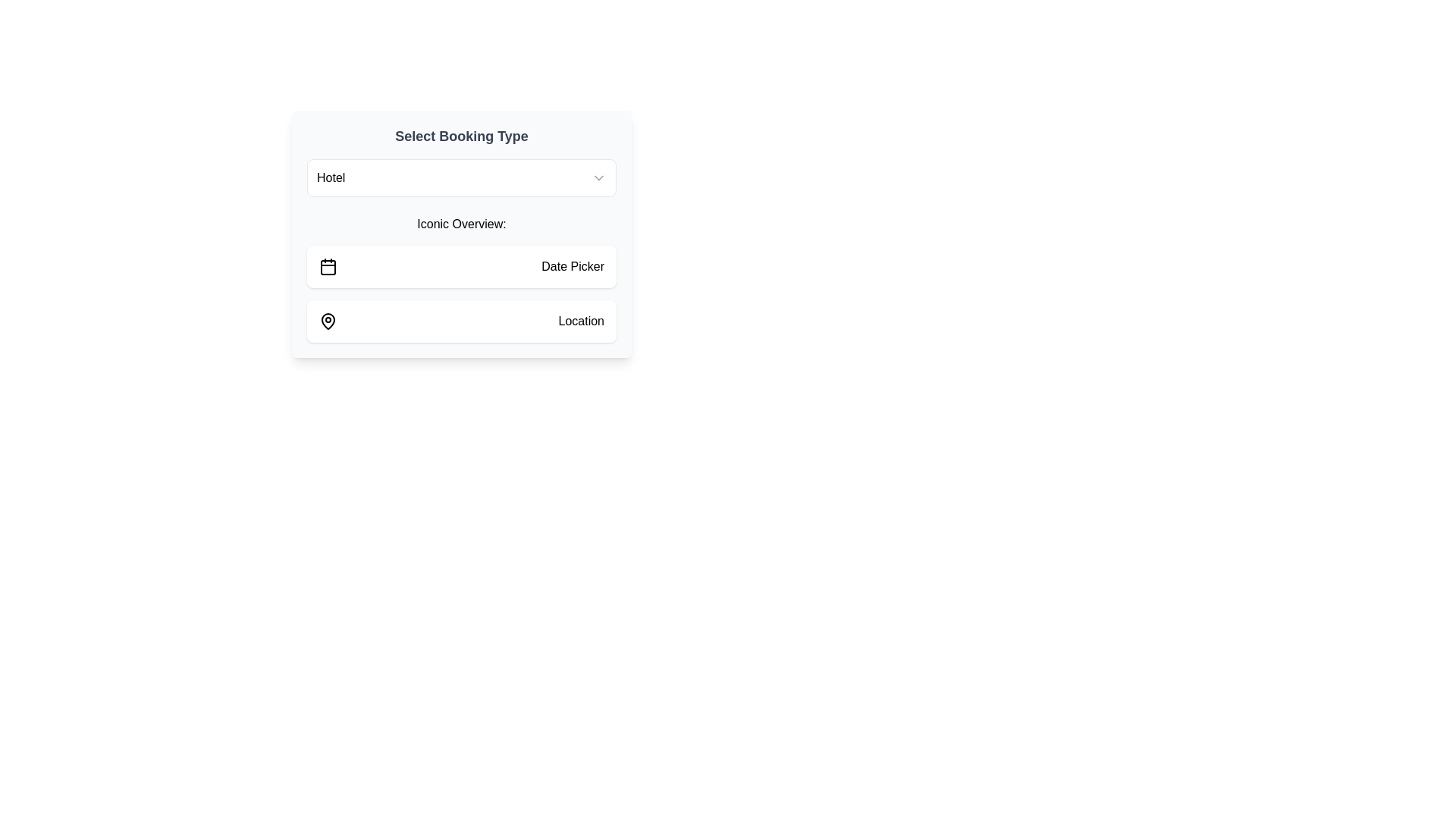  Describe the element at coordinates (327, 321) in the screenshot. I see `the map pin icon, which is a minimalistic circle with a pointed tip located in the 'Location' section of the panel` at that location.